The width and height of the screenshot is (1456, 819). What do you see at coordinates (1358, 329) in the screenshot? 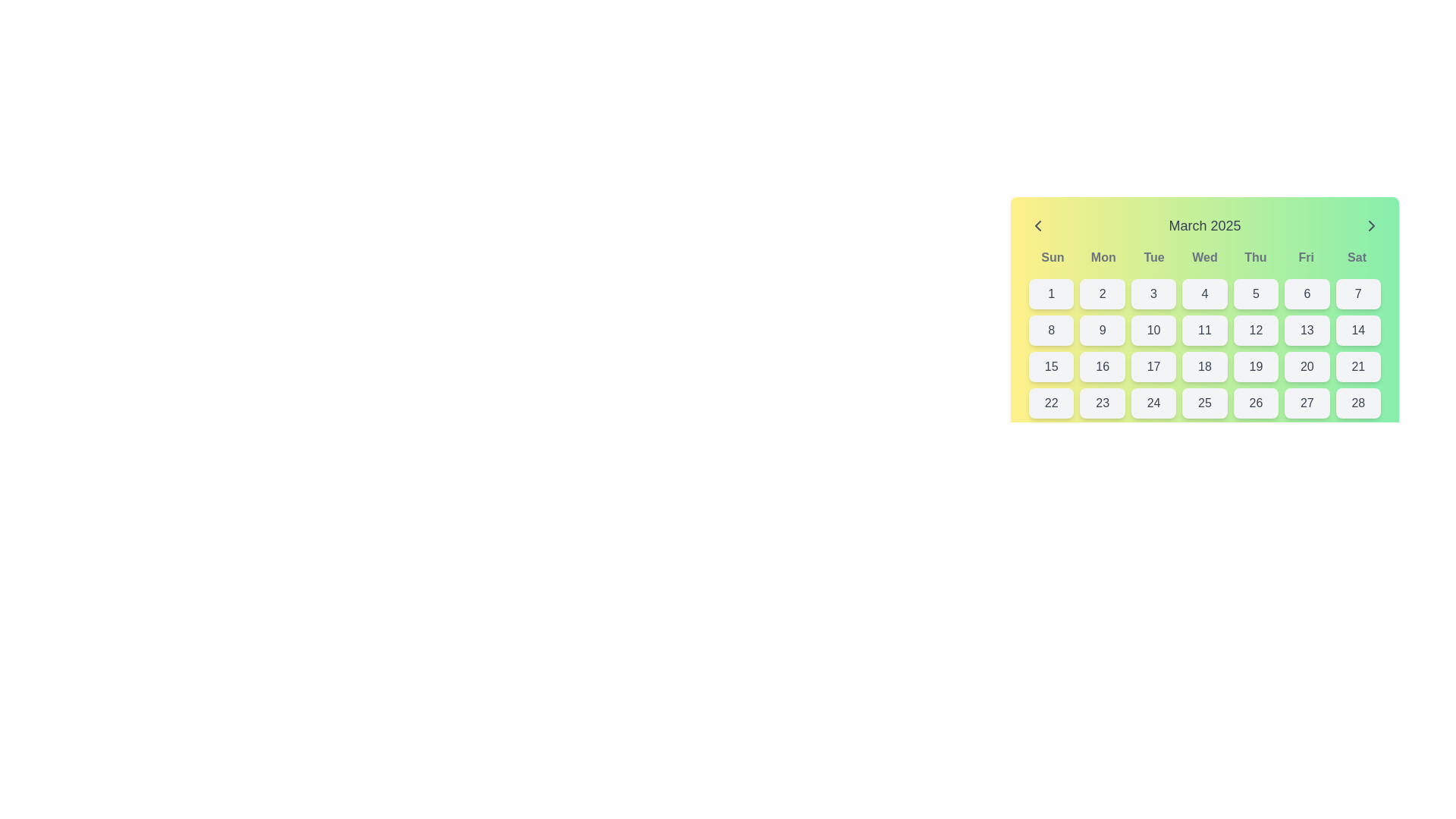
I see `the square button with rounded corners labeled '14' in bold dark text, located in the second row and seventh column of the calendar interface under 'March 2025'` at bounding box center [1358, 329].